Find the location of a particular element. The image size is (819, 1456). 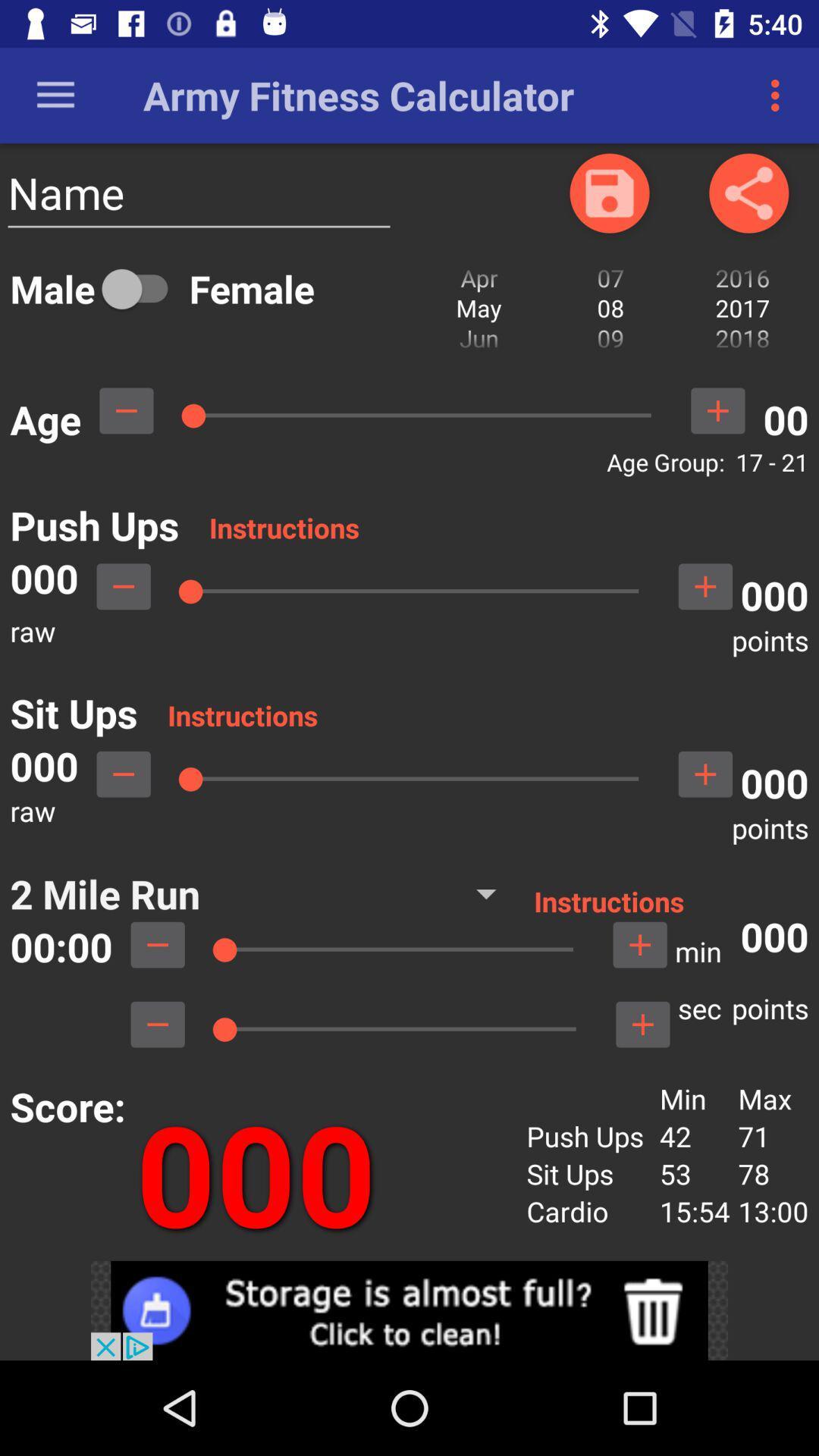

age is located at coordinates (717, 410).